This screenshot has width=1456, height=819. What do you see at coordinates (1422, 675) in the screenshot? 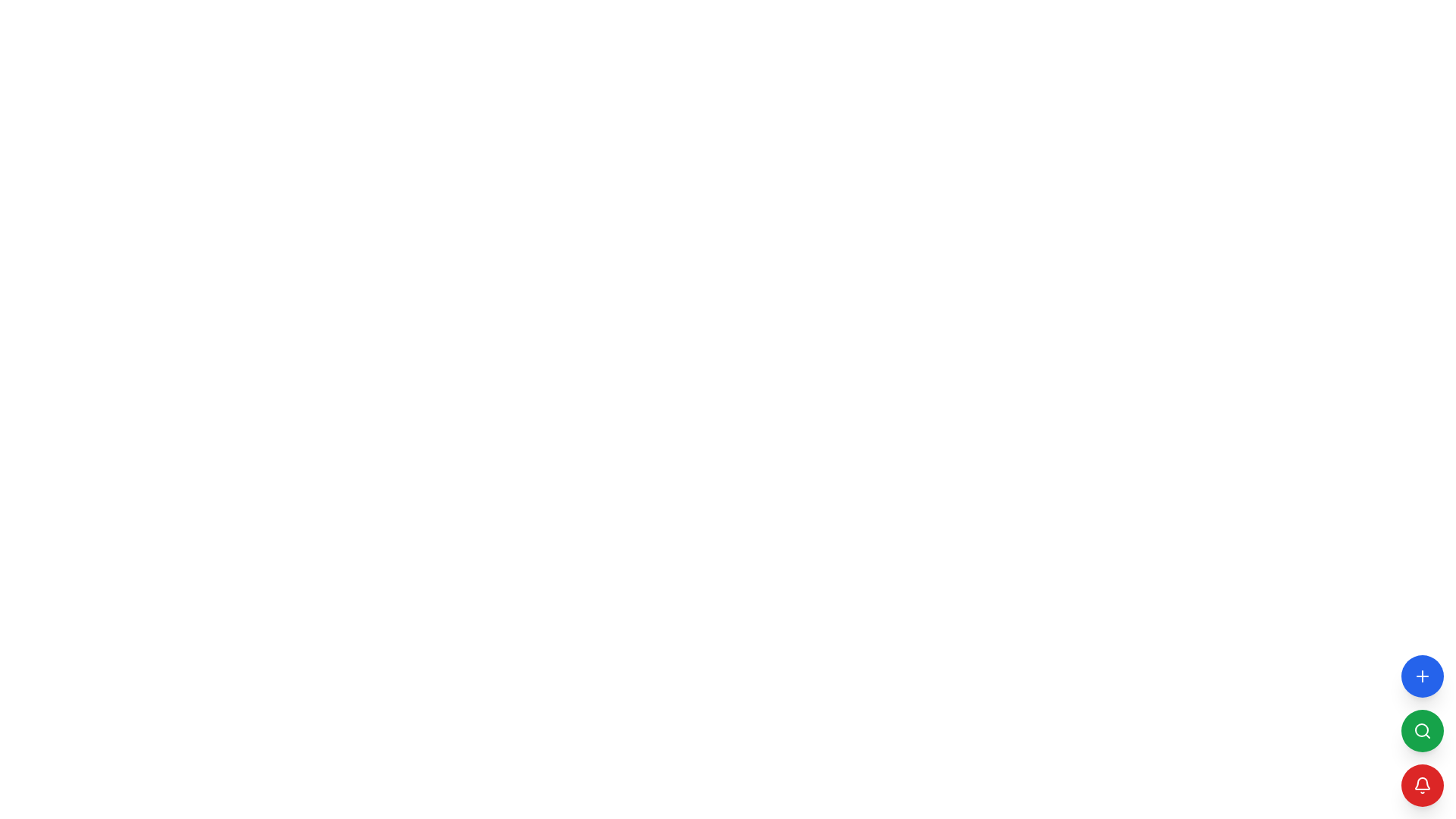
I see `the blue circular button with a white plus icon located at the top of the vertical stack on the right side of the interface` at bounding box center [1422, 675].